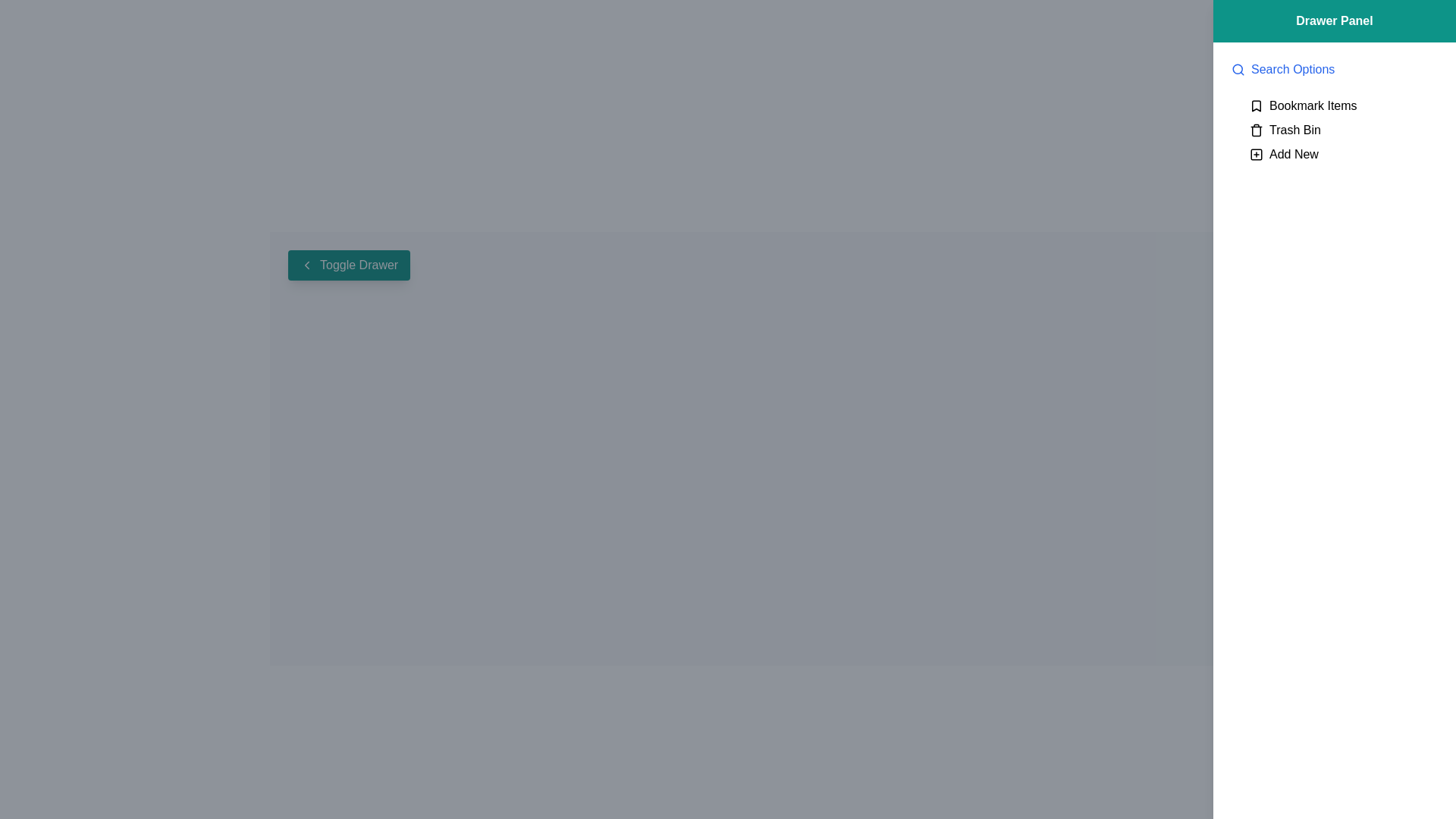 The height and width of the screenshot is (819, 1456). What do you see at coordinates (1312, 105) in the screenshot?
I see `the 'Bookmark Items' text label located in the top-right drawer panel, which is the first item in the list and associated with a bookmark icon to its left` at bounding box center [1312, 105].